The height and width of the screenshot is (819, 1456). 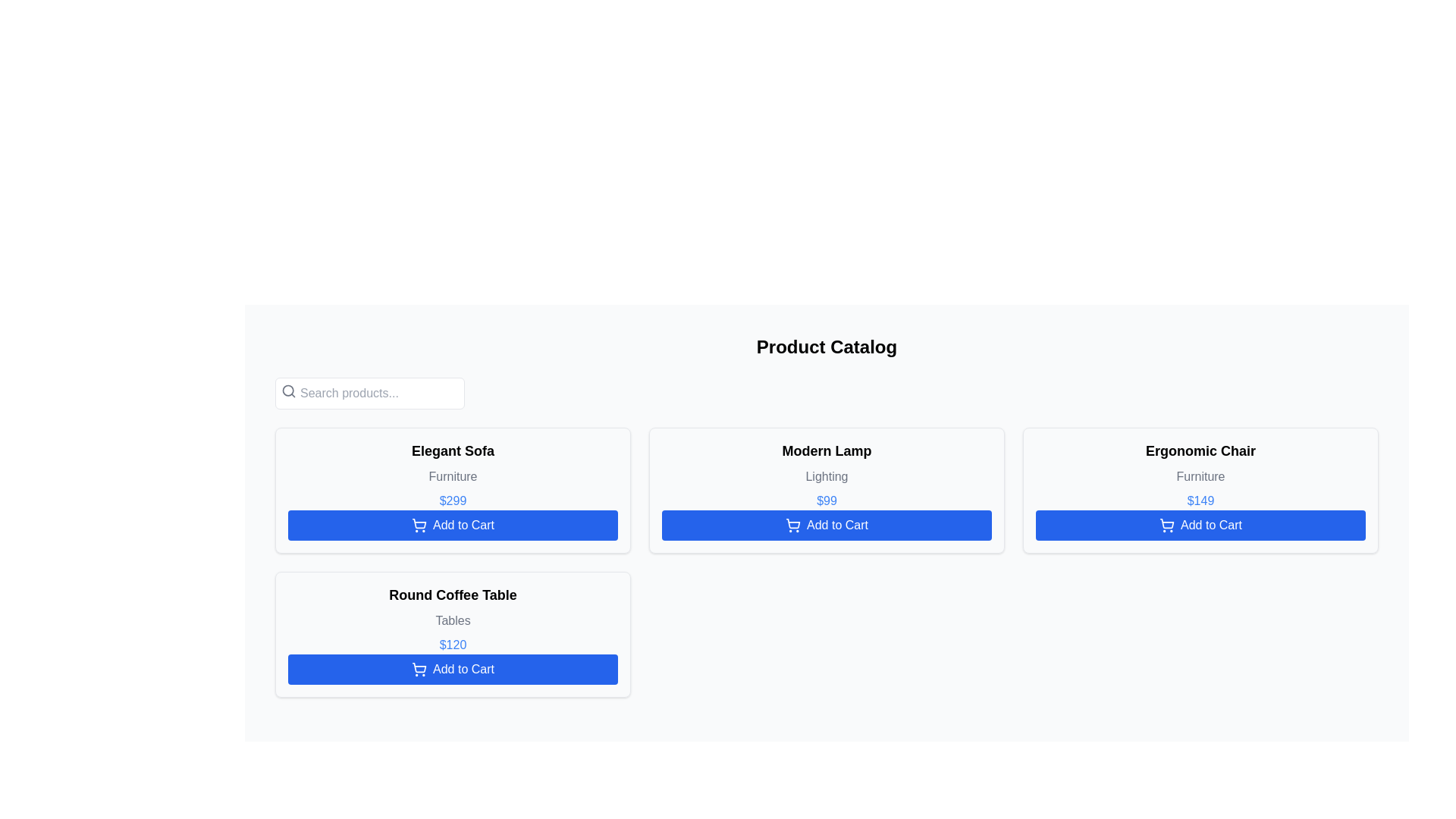 I want to click on the 'Add to Cart' button located at the bottom of the 'Round Coffee Table' card, so click(x=452, y=669).